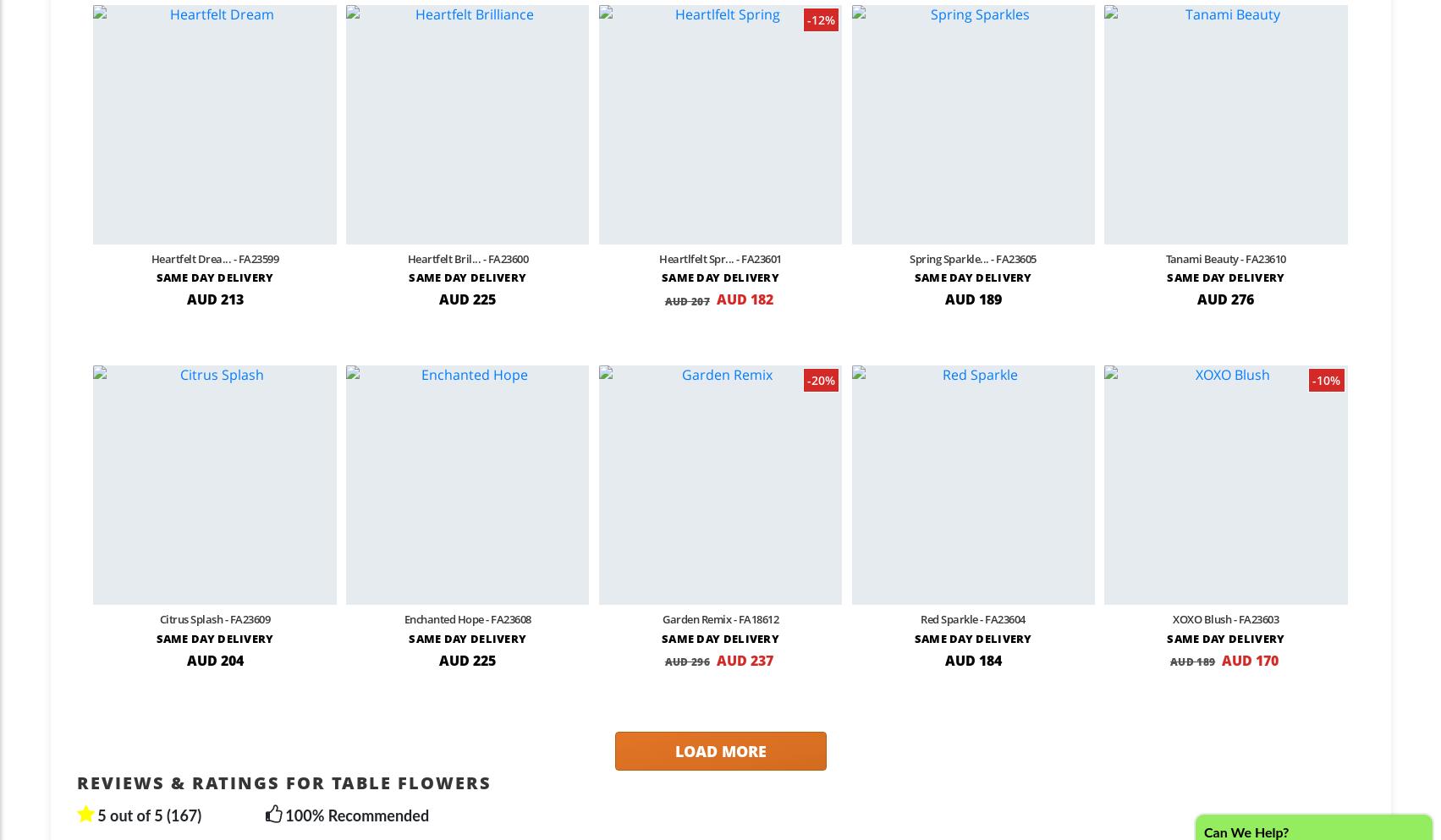 The height and width of the screenshot is (840, 1441). Describe the element at coordinates (465, 619) in the screenshot. I see `'Enchanted Hope - FA23608'` at that location.